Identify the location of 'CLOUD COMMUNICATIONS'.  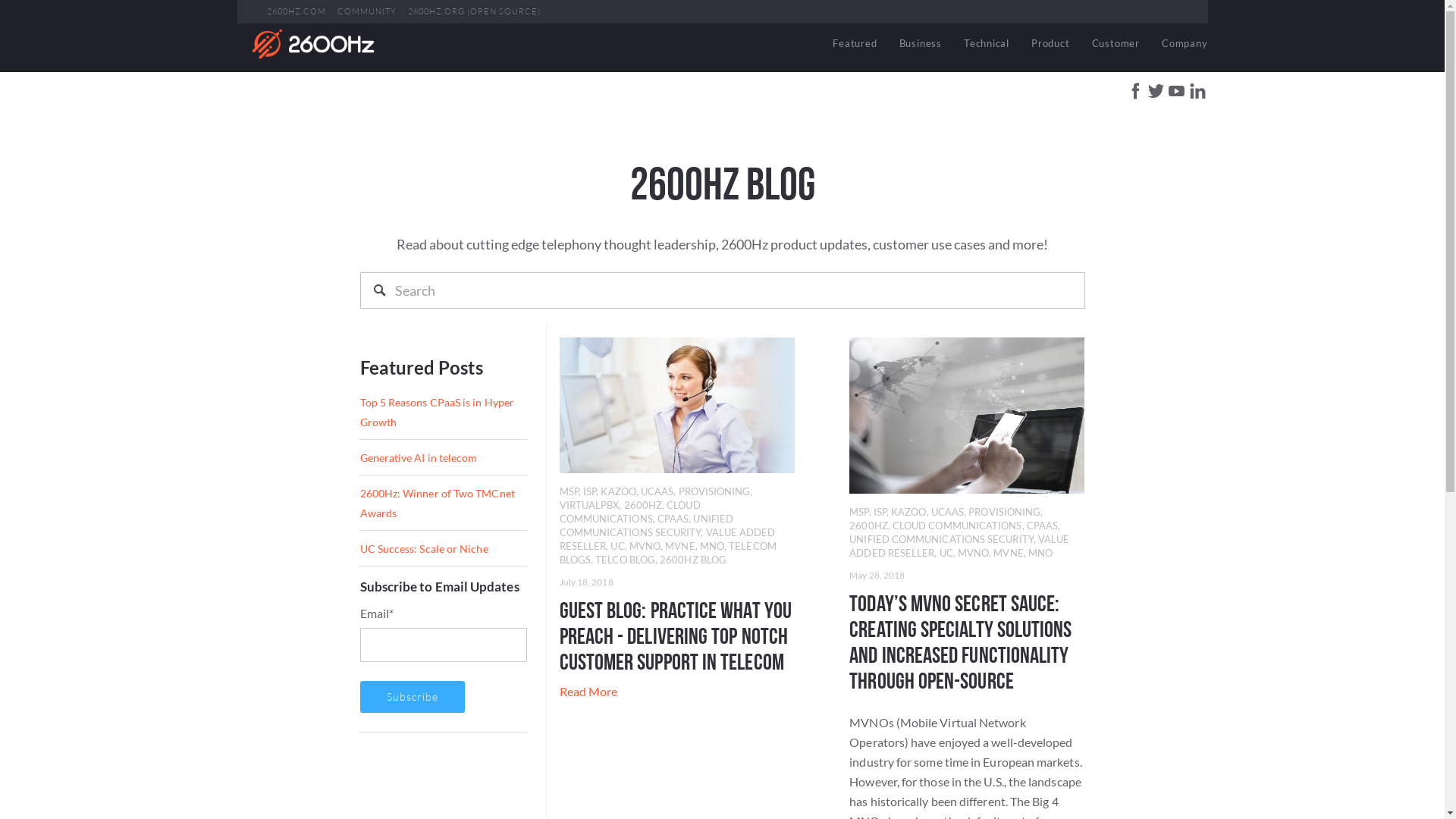
(559, 512).